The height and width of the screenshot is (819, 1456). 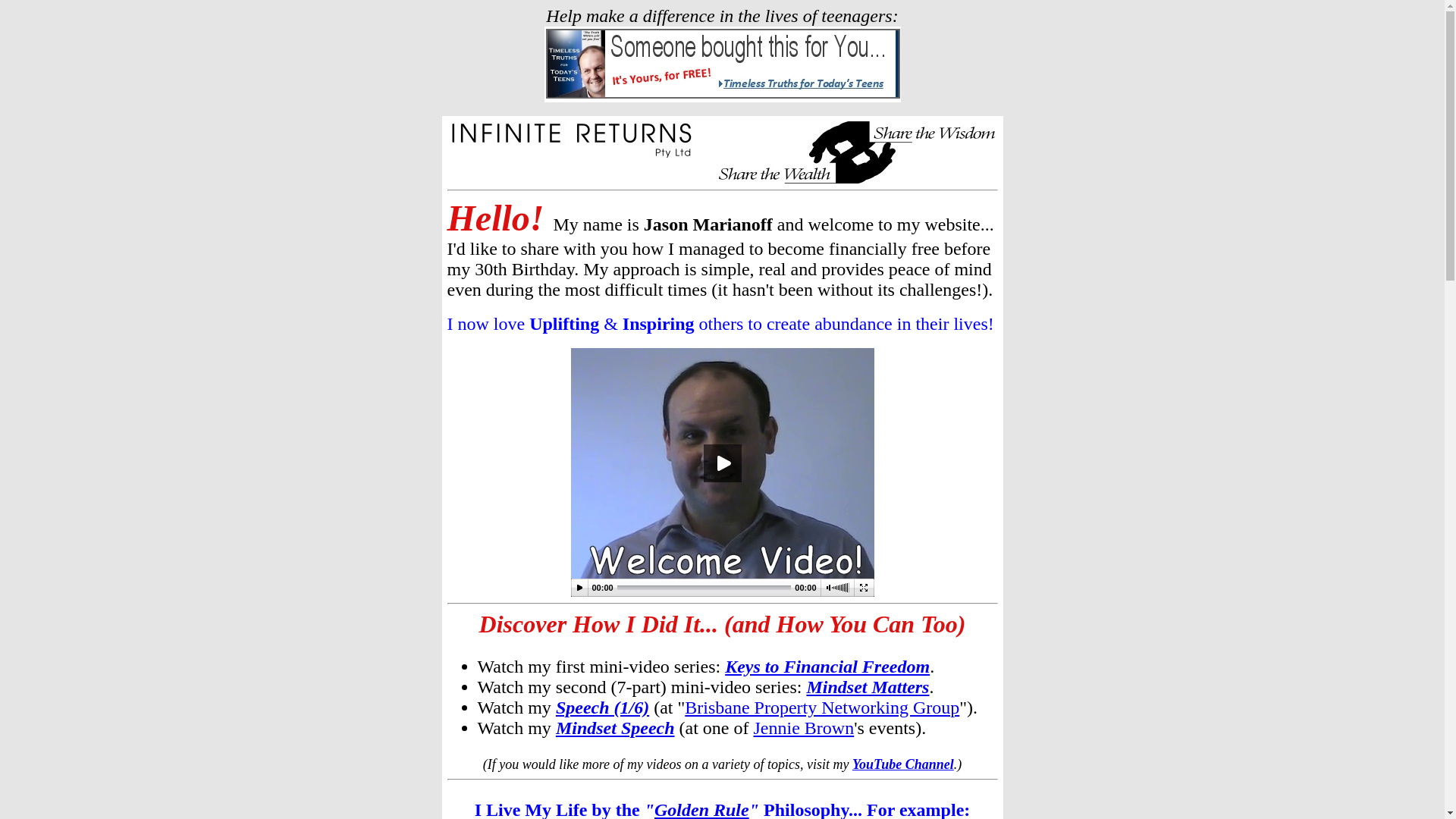 I want to click on 'Brisbane Property Networking Group', so click(x=821, y=708).